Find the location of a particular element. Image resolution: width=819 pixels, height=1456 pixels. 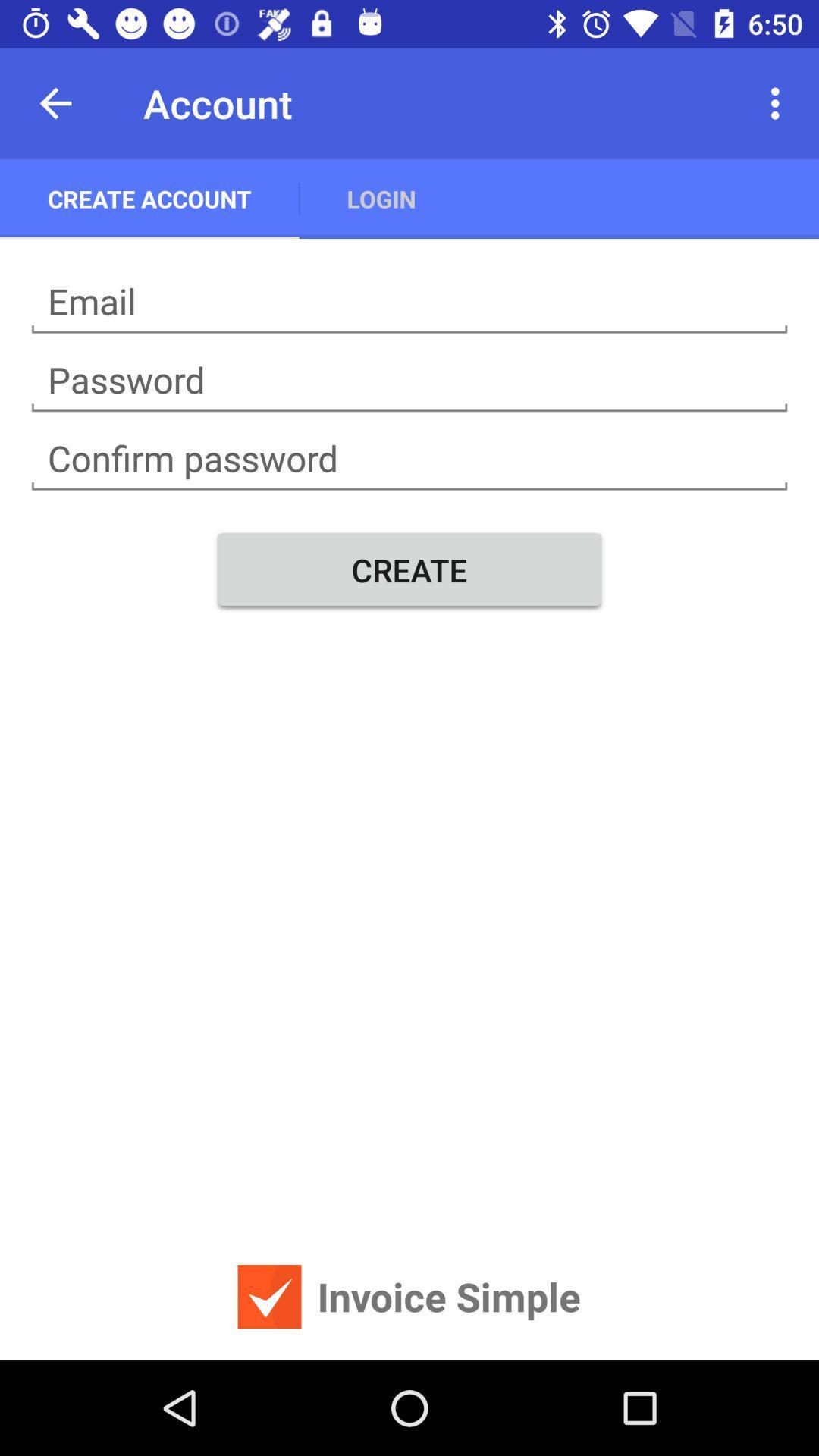

email is located at coordinates (409, 302).